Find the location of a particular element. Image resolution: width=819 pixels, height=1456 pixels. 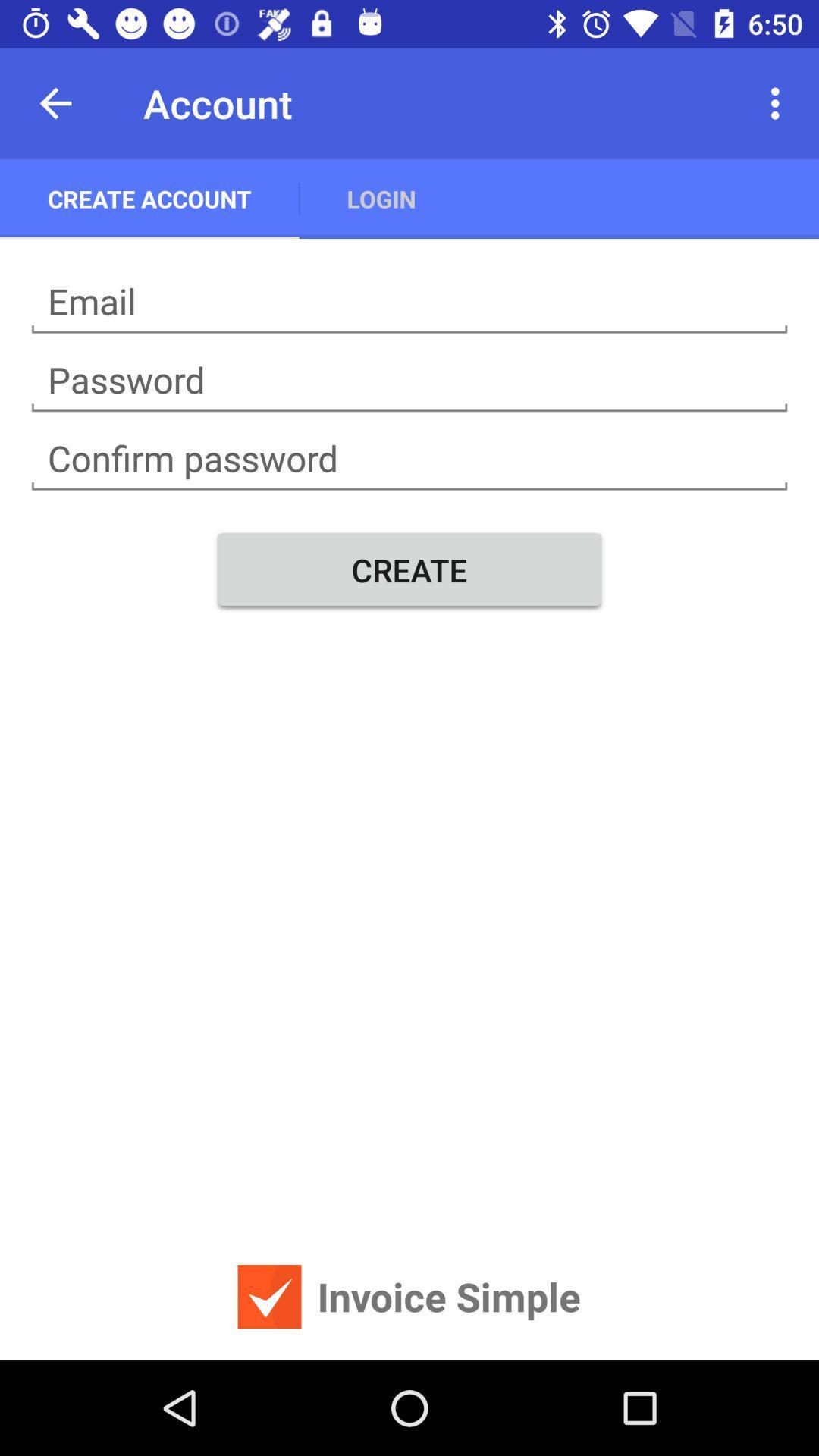

email is located at coordinates (409, 302).